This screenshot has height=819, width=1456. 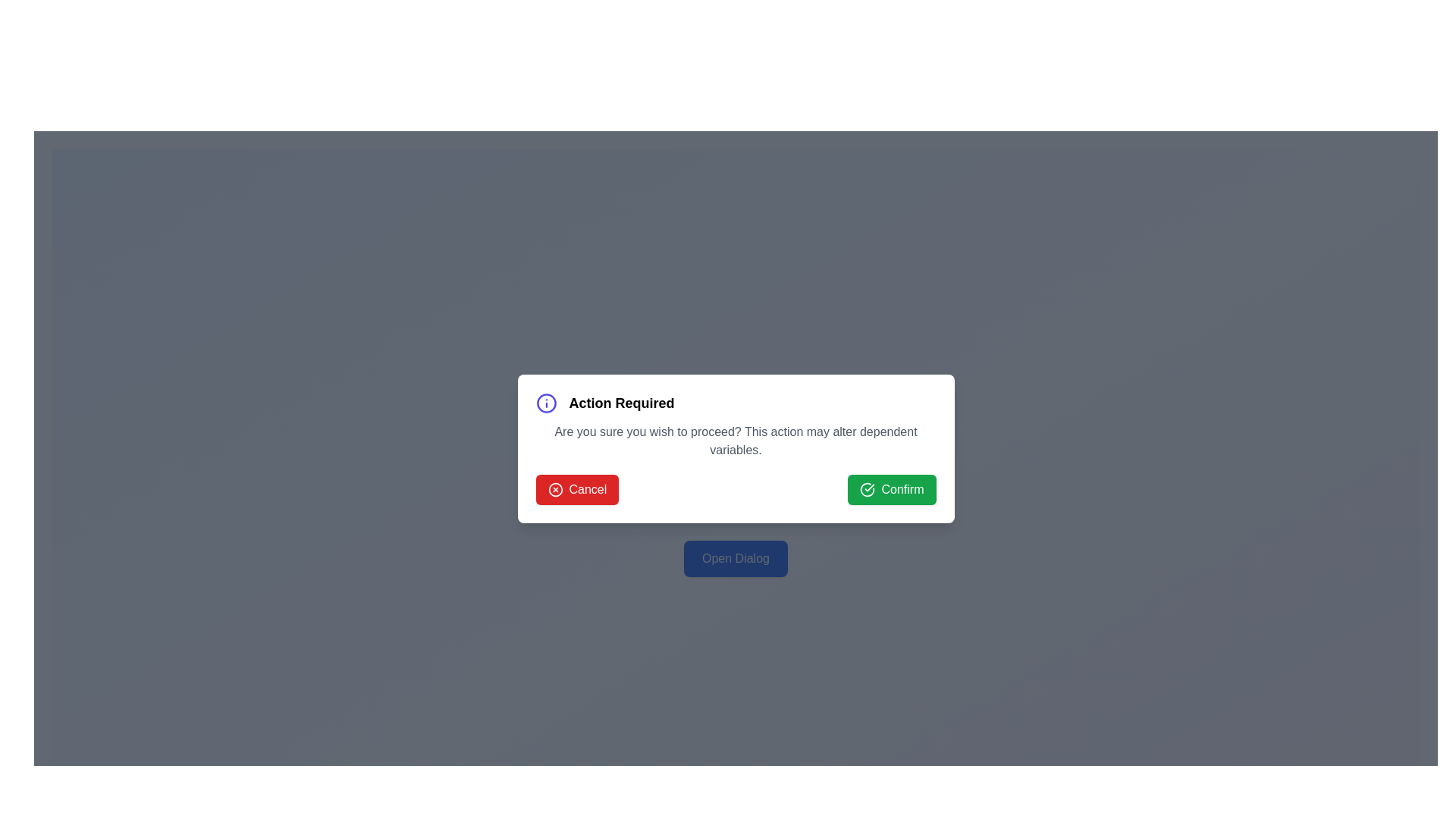 I want to click on the confirm button located in the lower right corner of the dialog box to observe the hover effects, so click(x=892, y=489).